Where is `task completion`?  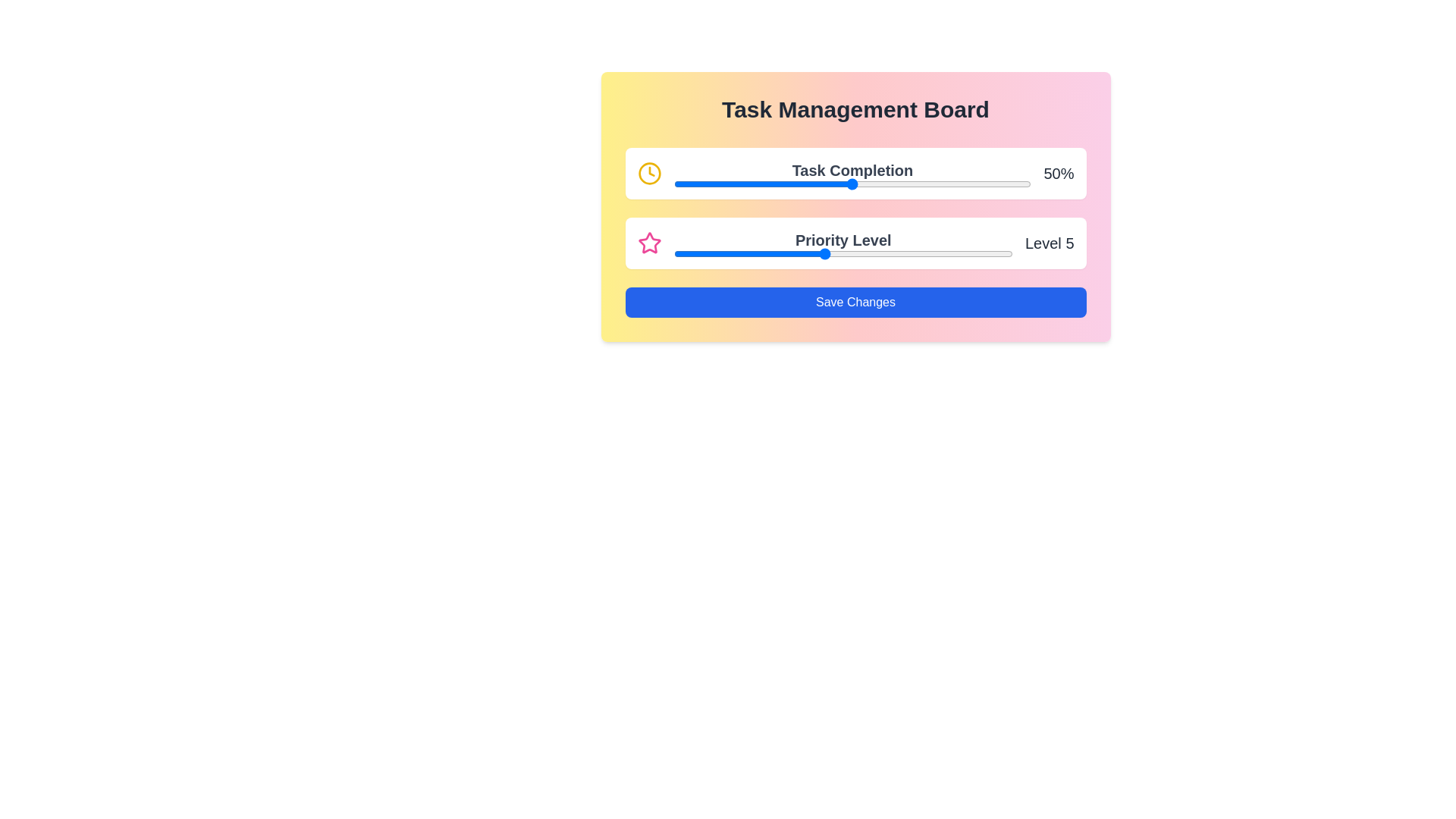 task completion is located at coordinates (798, 180).